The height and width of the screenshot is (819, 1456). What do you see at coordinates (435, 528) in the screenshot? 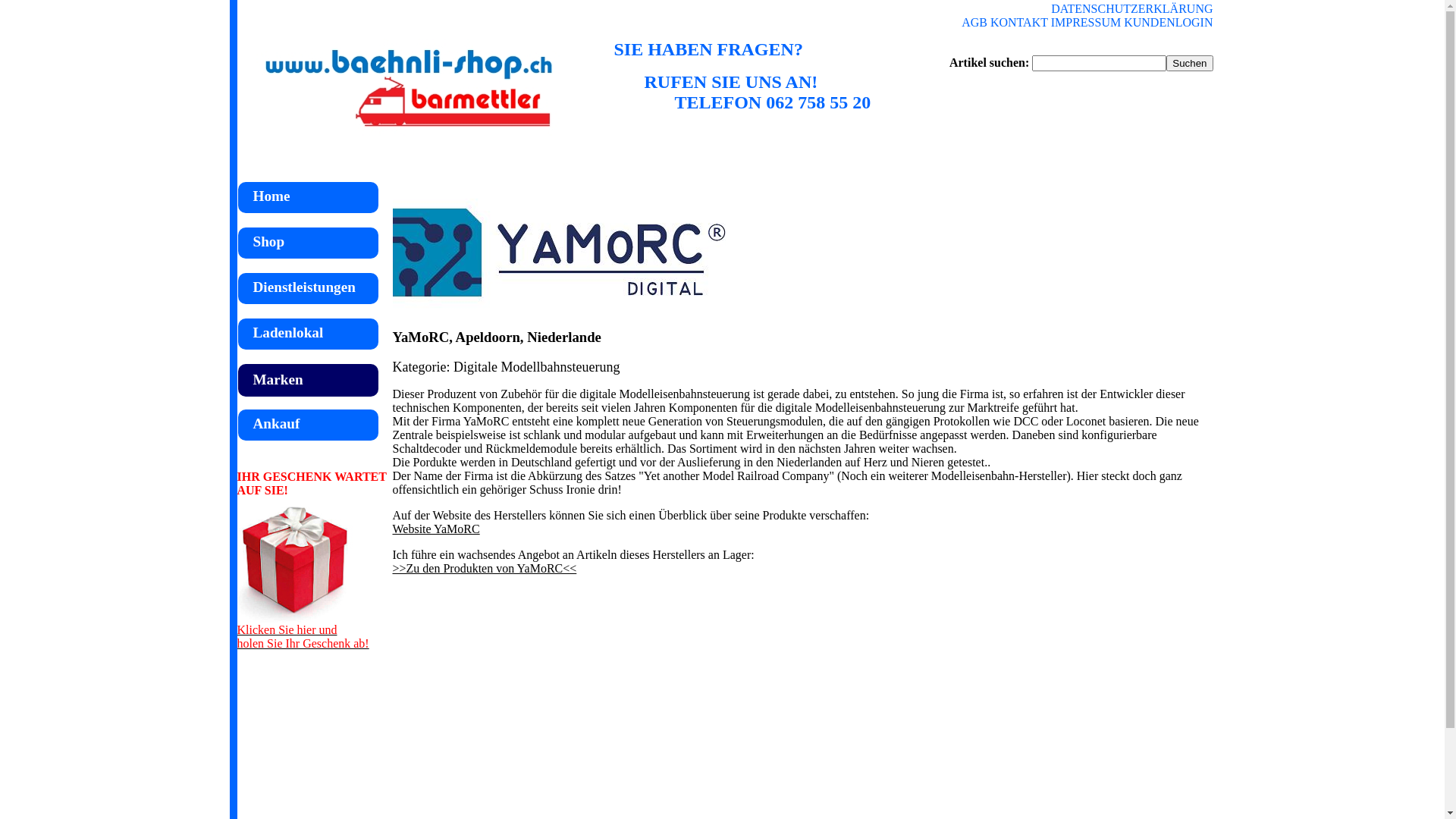
I see `'Website YaMoRC'` at bounding box center [435, 528].